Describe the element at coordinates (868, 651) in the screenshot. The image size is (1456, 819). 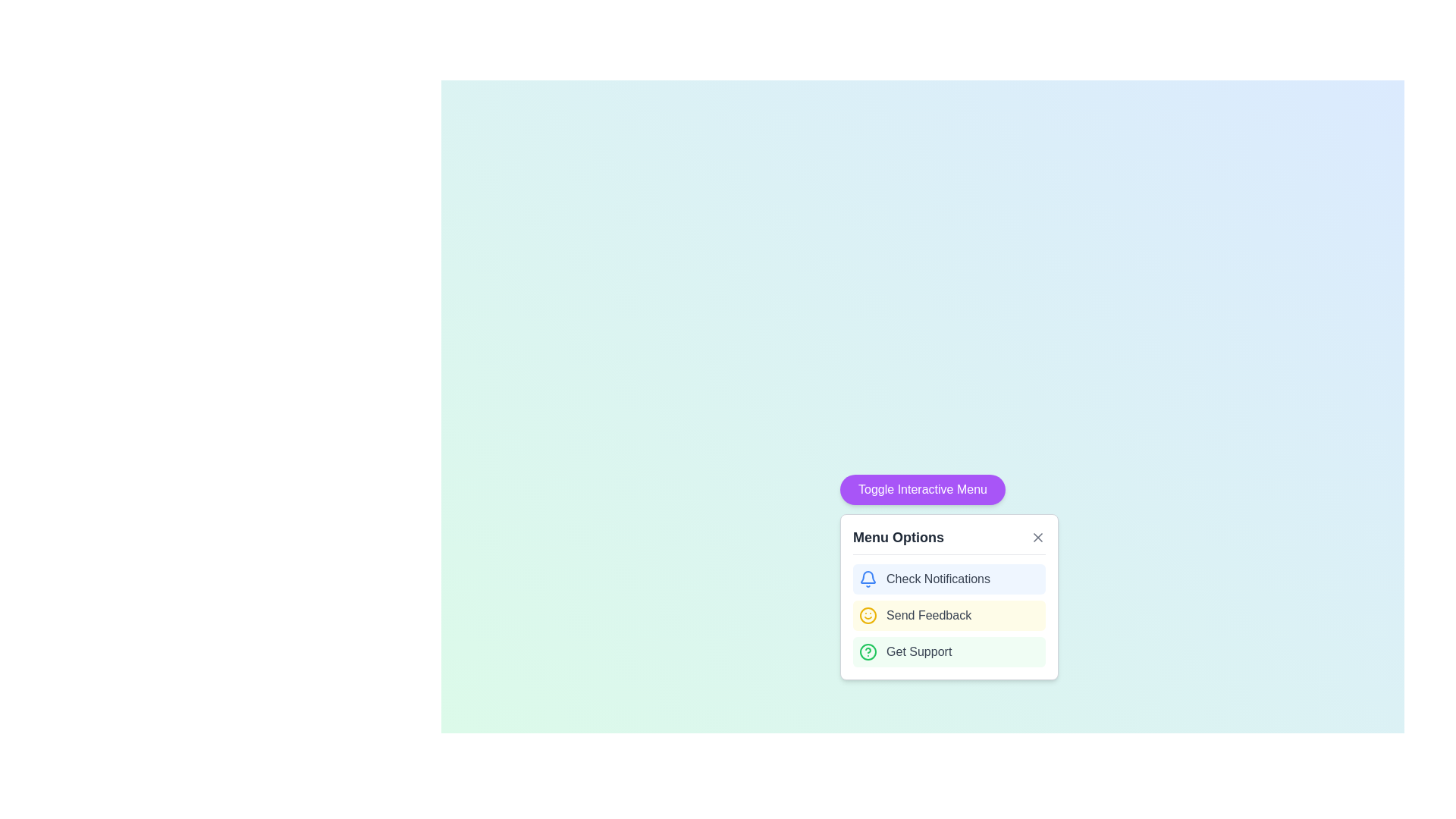
I see `the circular icon with a green outline and a question mark inside, located to the left of the 'Get Support' text` at that location.